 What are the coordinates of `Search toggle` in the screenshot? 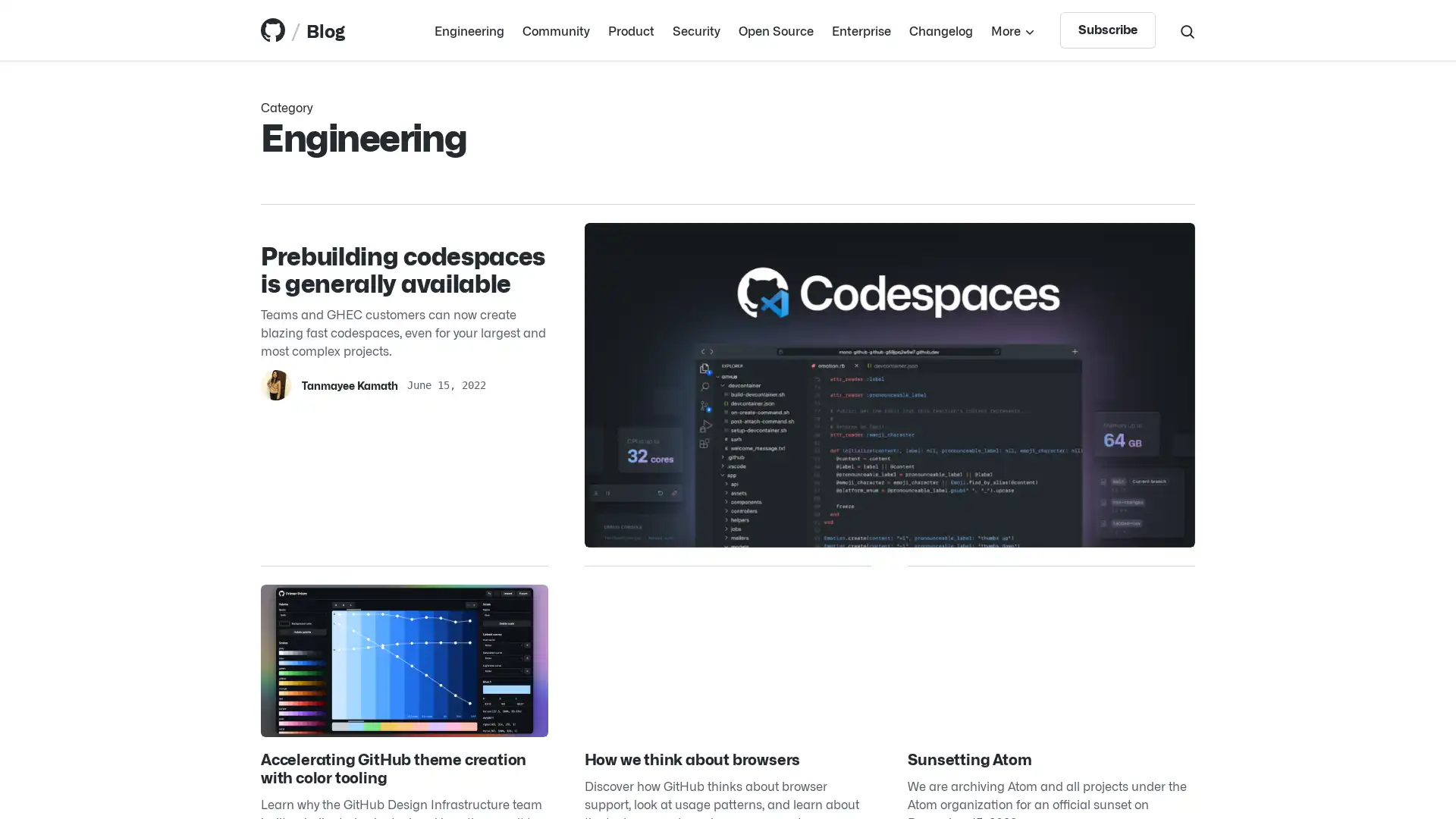 It's located at (1186, 29).